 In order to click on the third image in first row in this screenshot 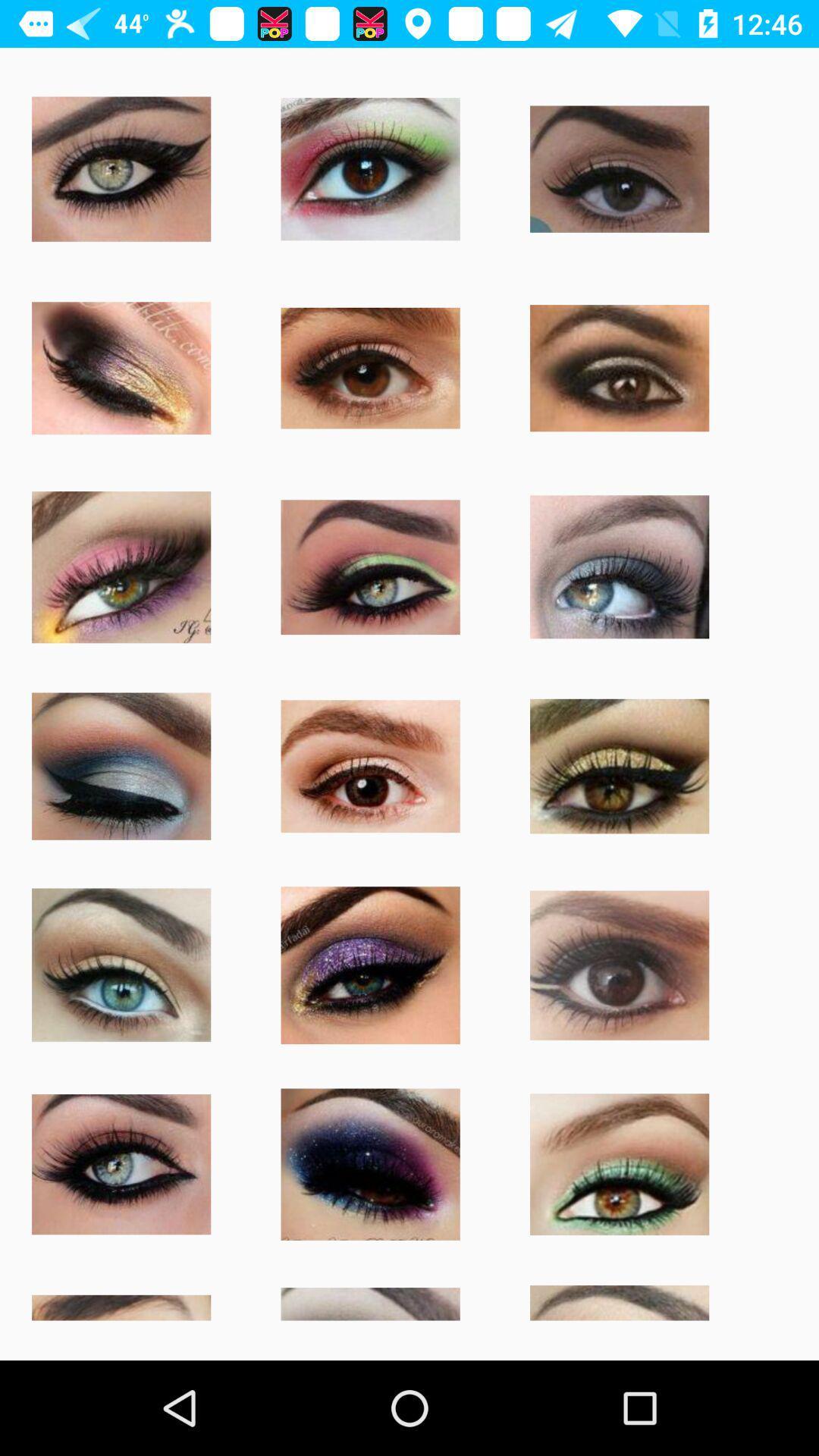, I will do `click(620, 168)`.